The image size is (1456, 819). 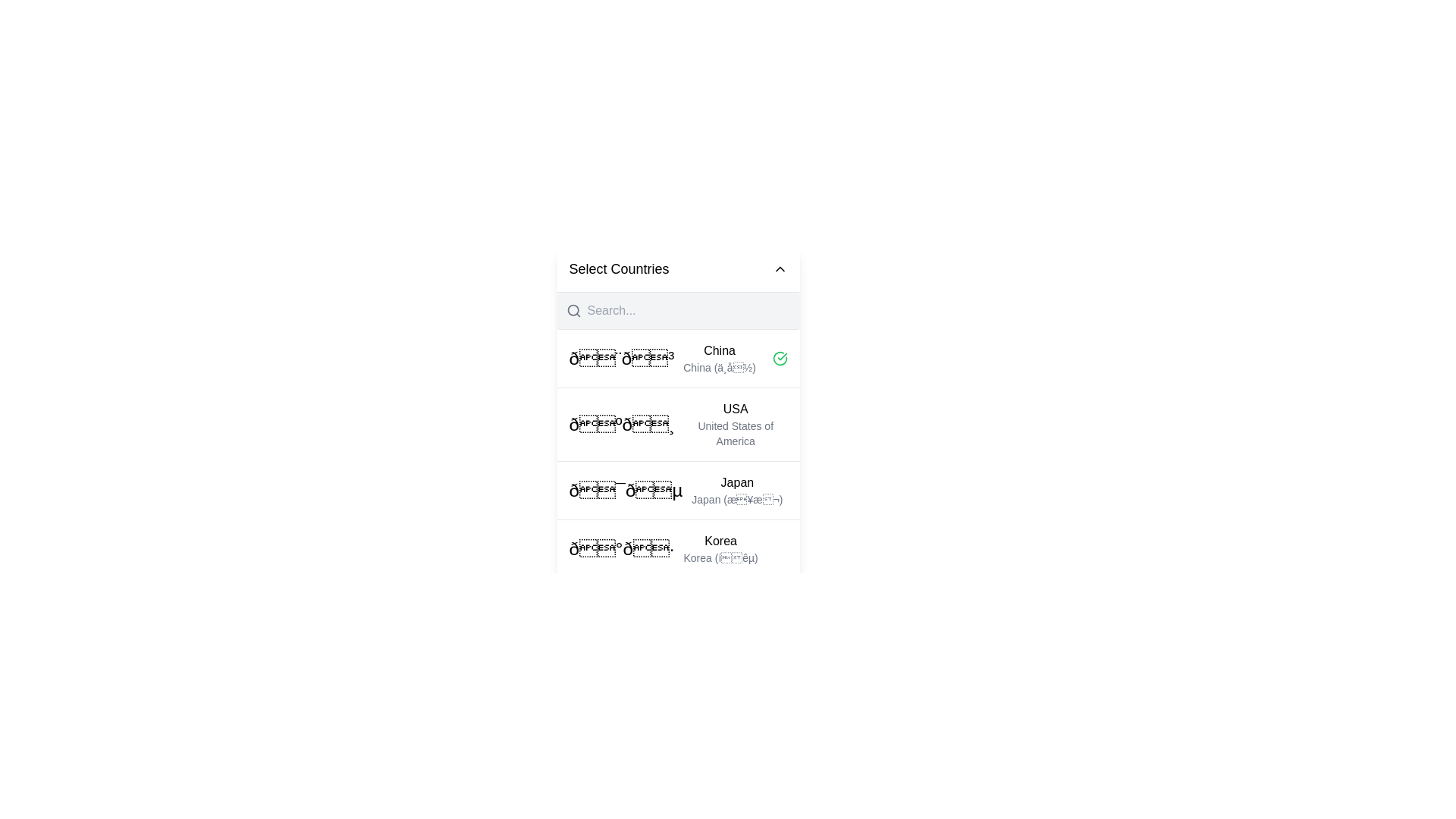 I want to click on the emoji-like text element positioned to the left of 'USA United States of America' in the second row of the countries list, so click(x=622, y=424).